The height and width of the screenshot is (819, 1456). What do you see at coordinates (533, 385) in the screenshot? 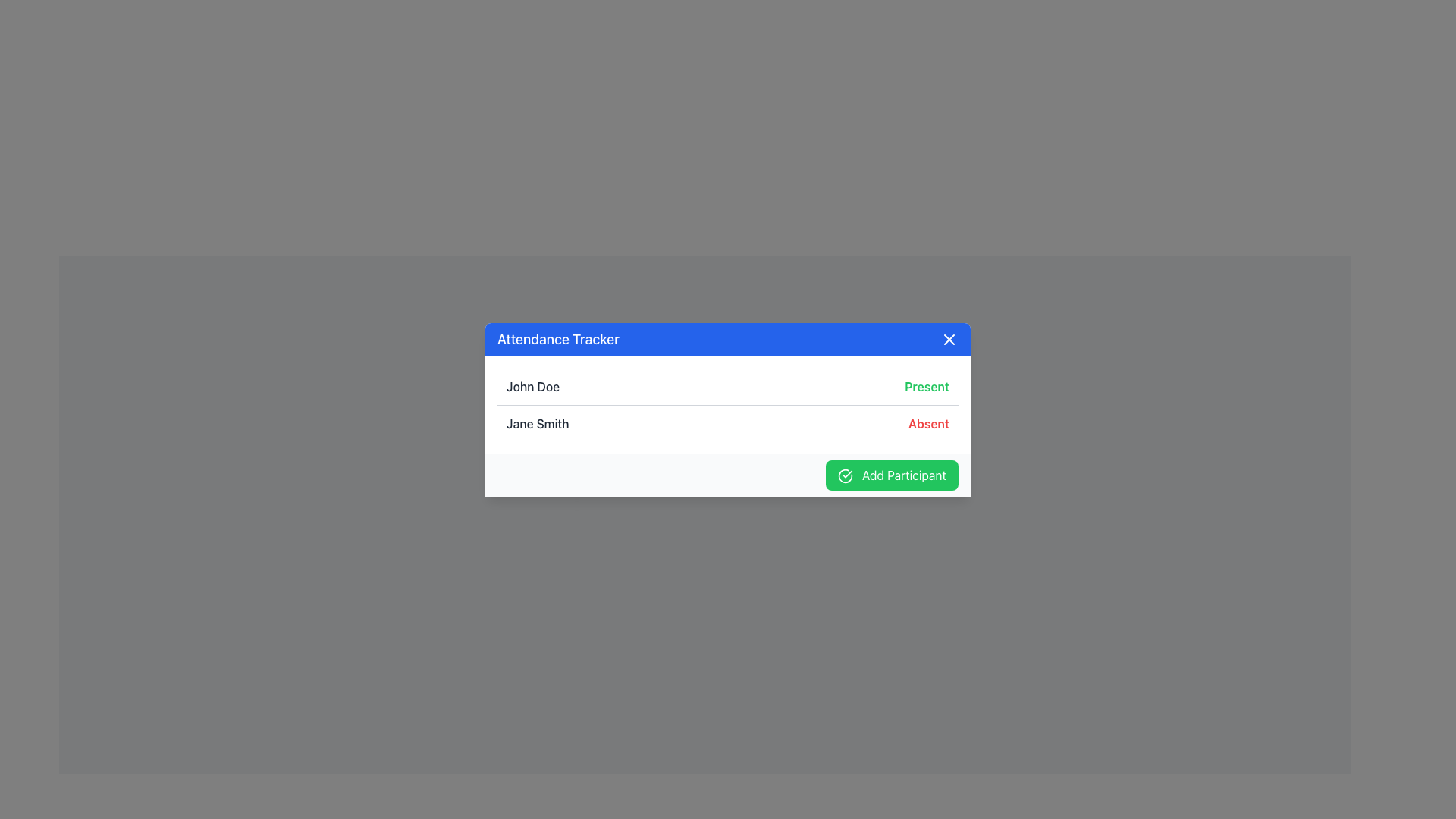
I see `the text label 'John Doe' in the attendance tracker` at bounding box center [533, 385].